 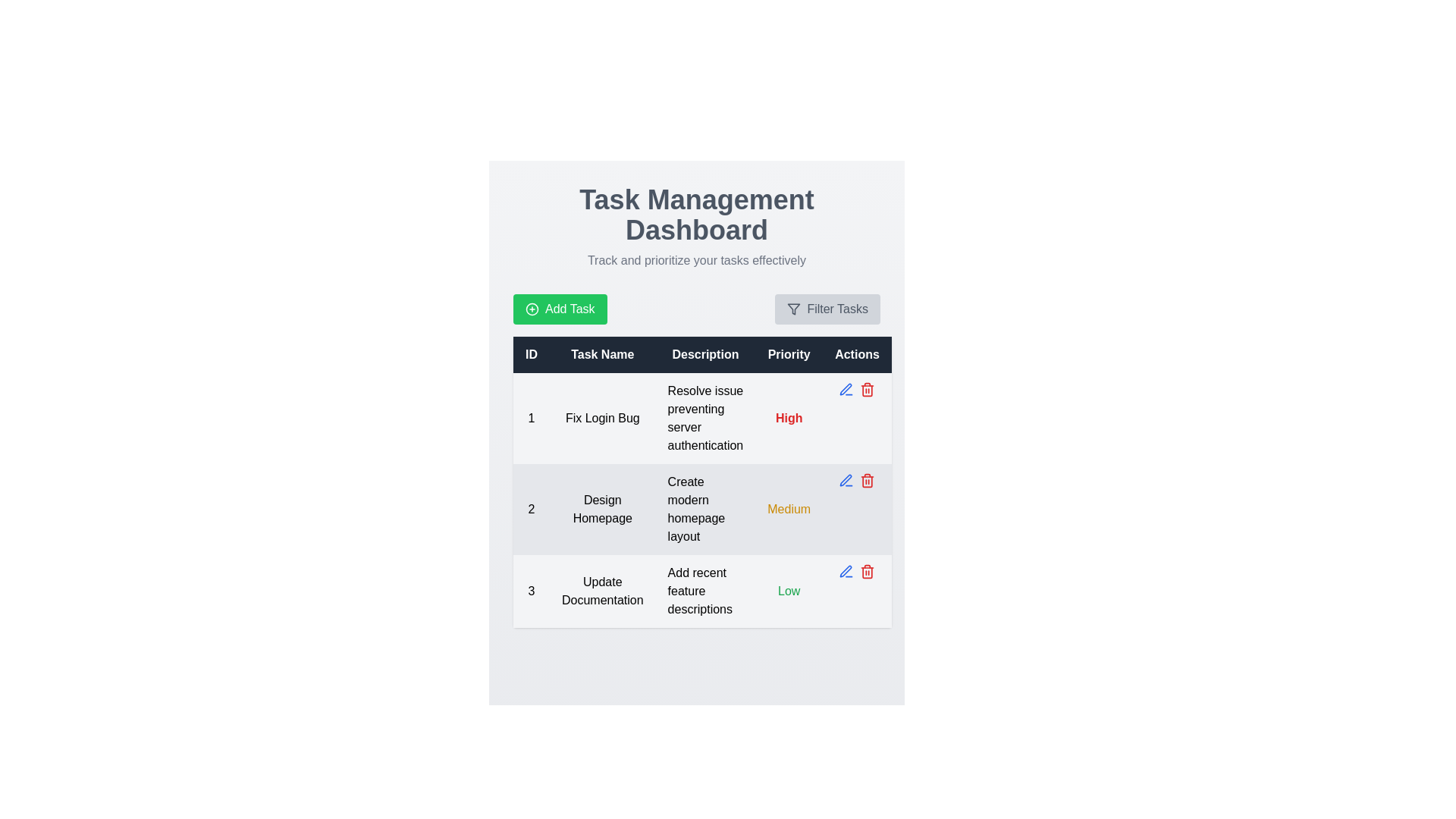 I want to click on the Static Text Header labeled 'Actions' in the table, which is the fifth header cell located to the right of the 'Priority' header, so click(x=857, y=354).